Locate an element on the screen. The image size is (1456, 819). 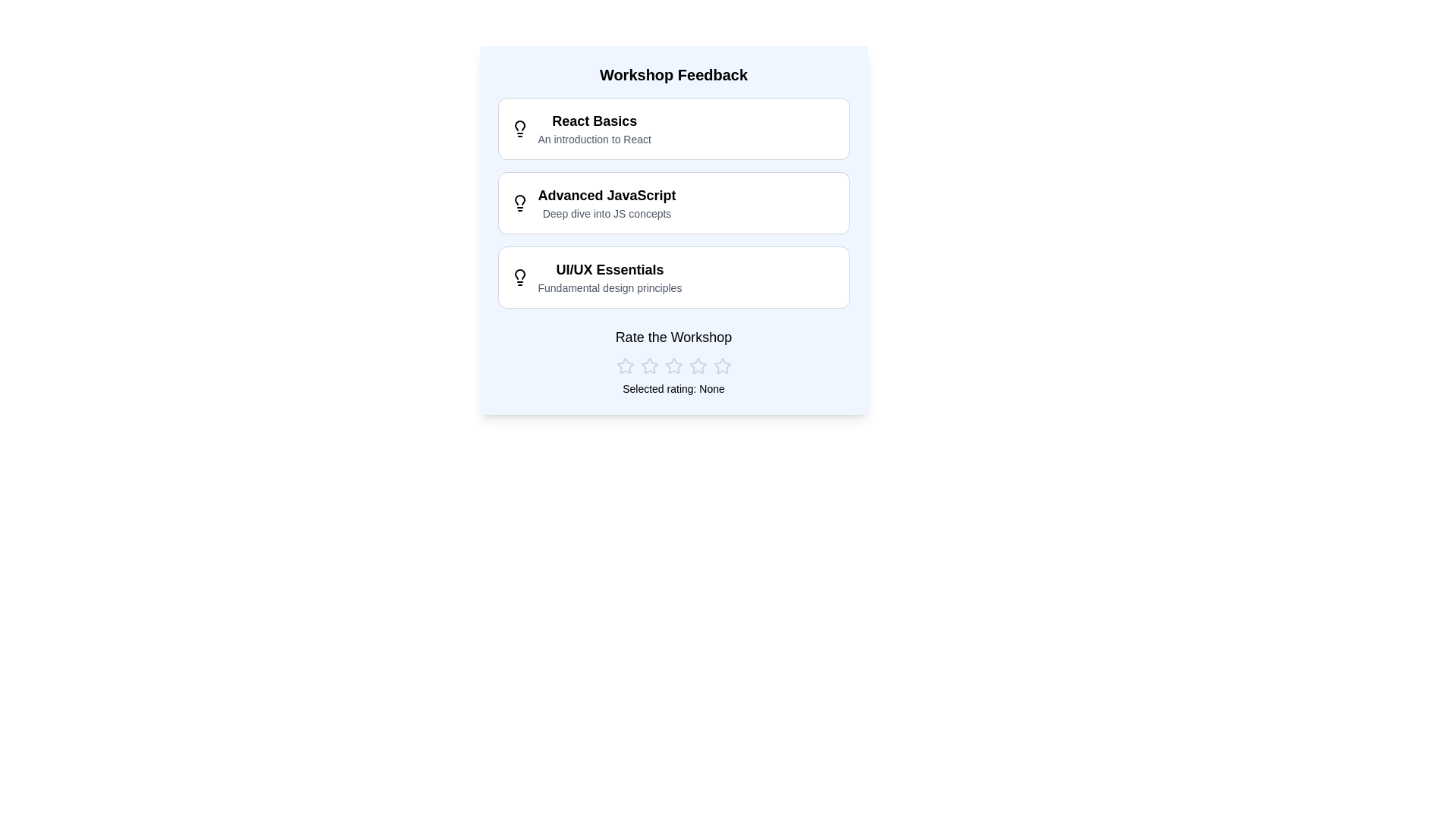
the text label displaying 'Deep dive into JS concepts' located underneath the title 'Advanced JavaScript' is located at coordinates (607, 213).